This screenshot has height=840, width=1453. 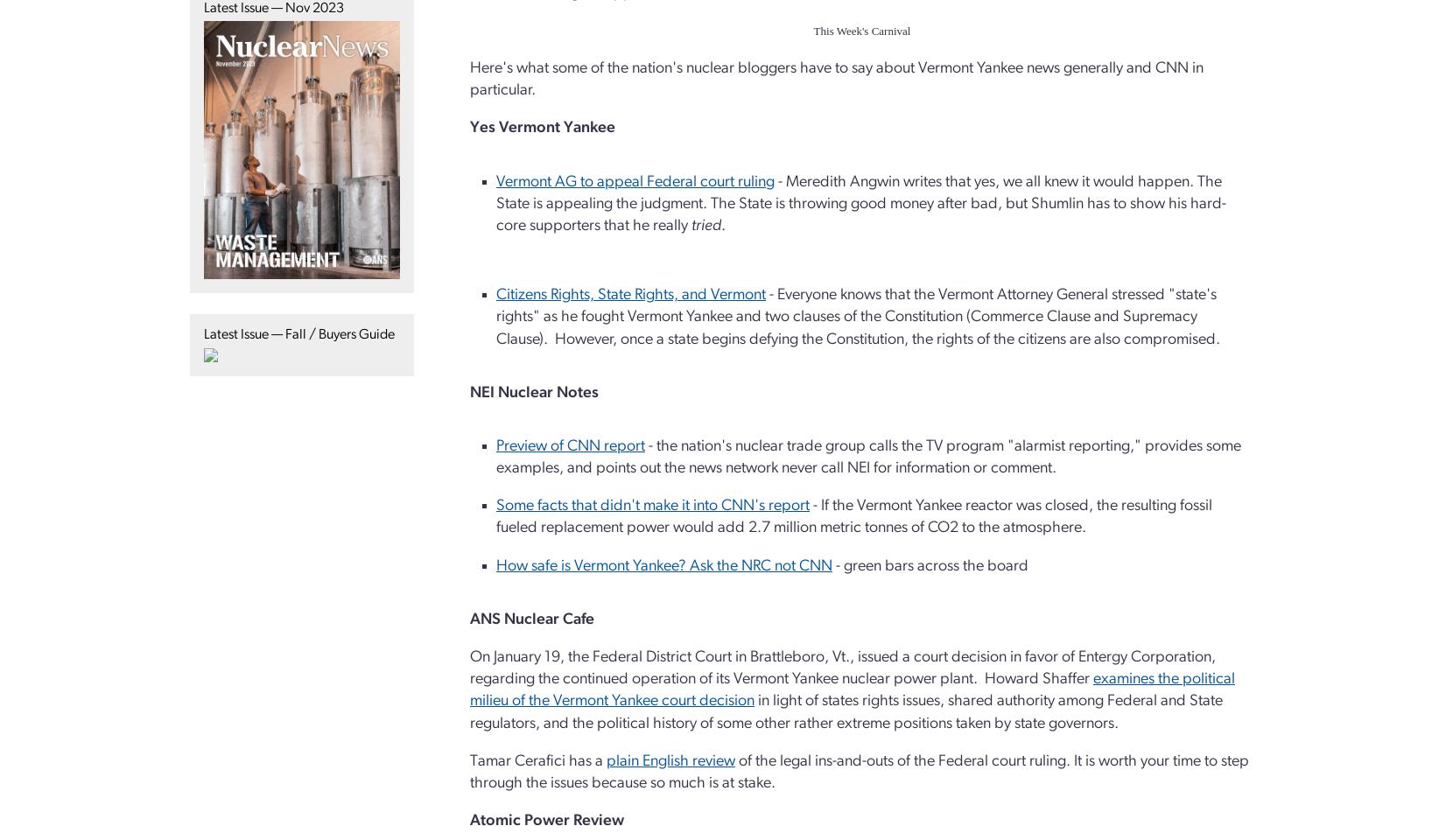 I want to click on 'Latest Issue — Fall / Buyers Guide', so click(x=298, y=334).